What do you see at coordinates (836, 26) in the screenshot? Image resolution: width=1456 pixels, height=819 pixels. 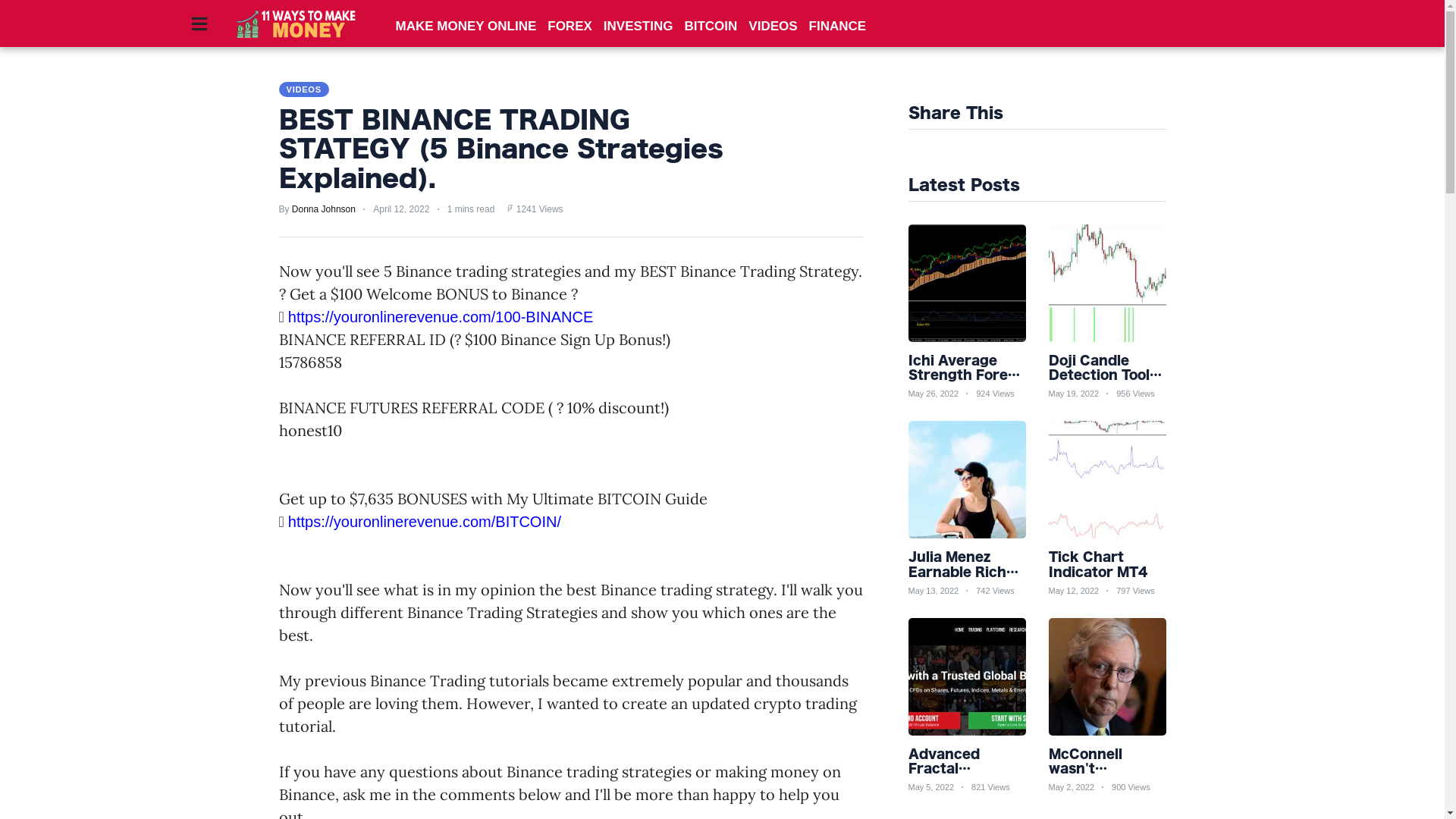 I see `'FINANCE'` at bounding box center [836, 26].